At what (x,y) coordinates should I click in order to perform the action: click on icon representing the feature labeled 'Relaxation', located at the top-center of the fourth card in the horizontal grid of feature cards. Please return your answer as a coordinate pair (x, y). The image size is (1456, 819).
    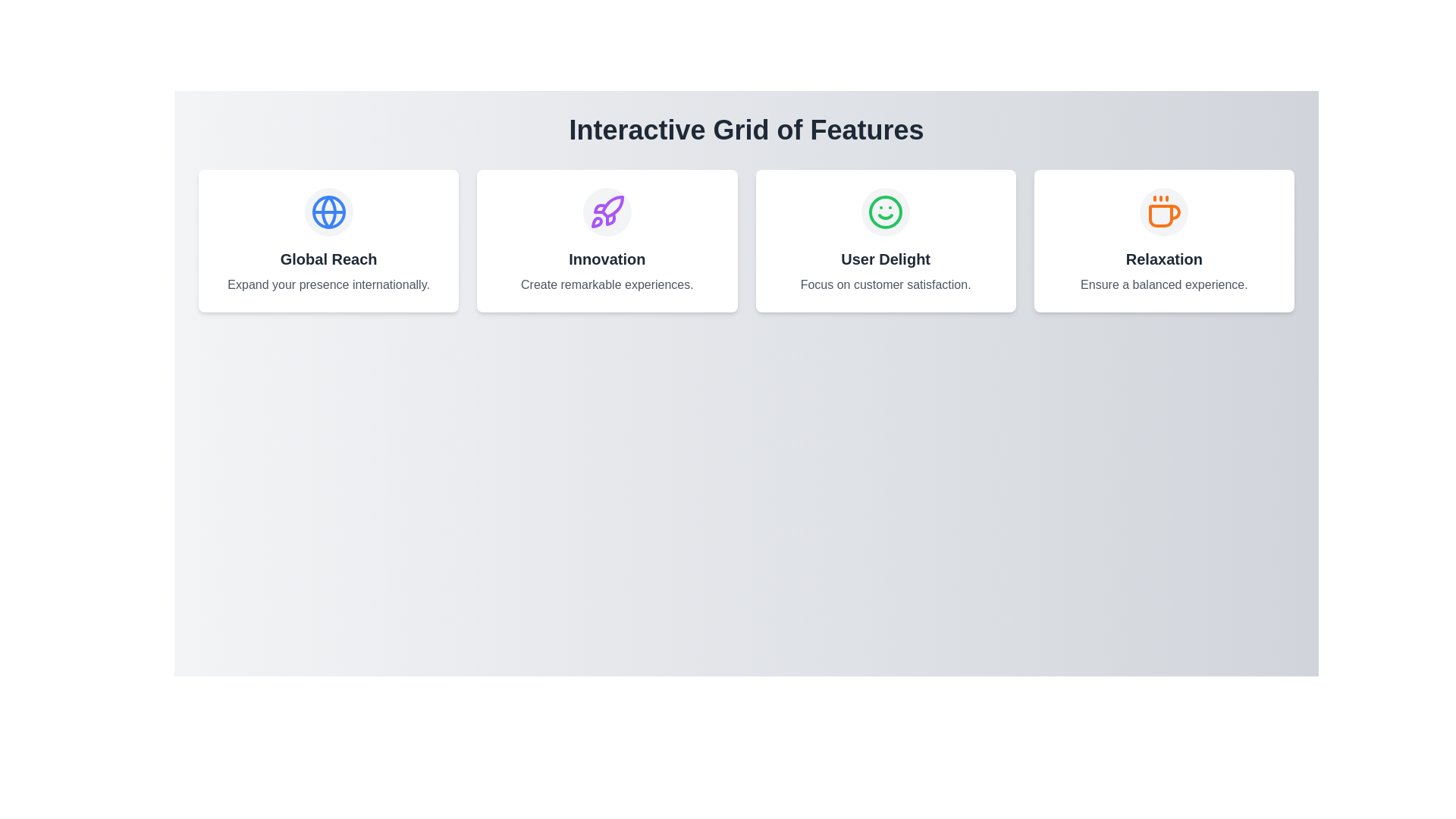
    Looking at the image, I should click on (1163, 212).